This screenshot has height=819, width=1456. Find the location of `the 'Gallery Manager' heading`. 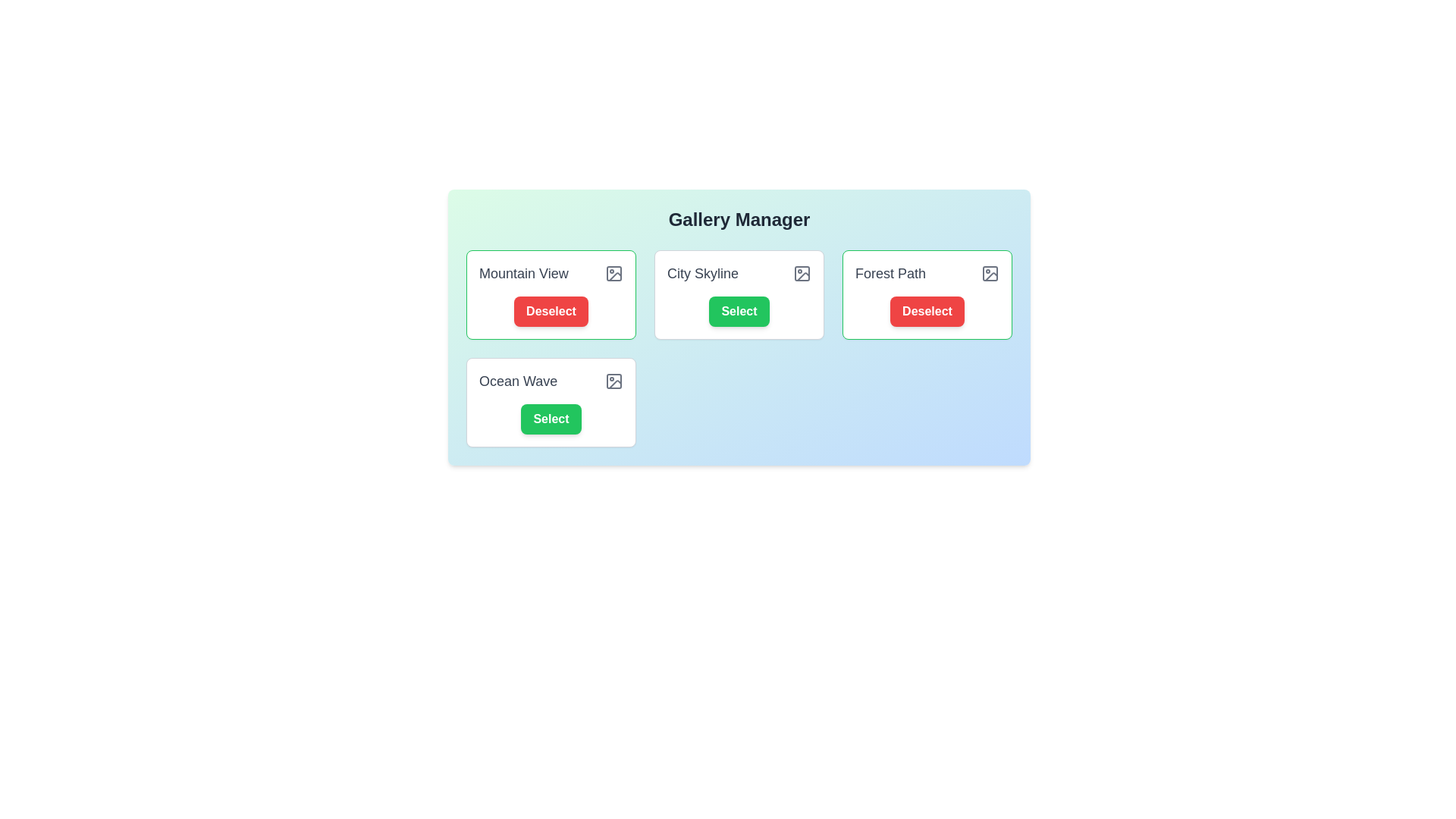

the 'Gallery Manager' heading is located at coordinates (739, 219).